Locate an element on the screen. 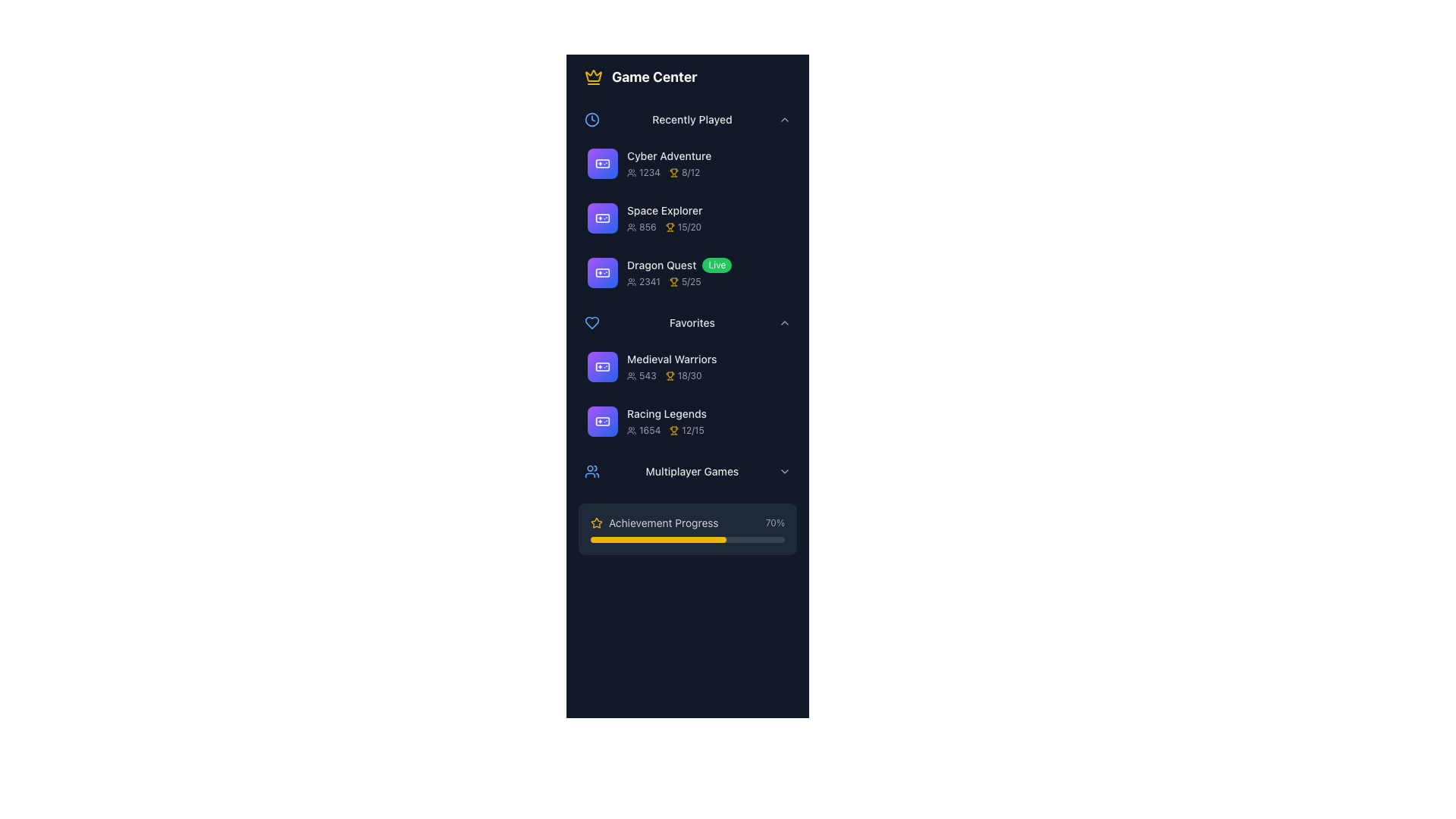 The width and height of the screenshot is (1456, 819). the Static Text indicating the total number of players in the game 'Space Explorer', which is located next to the user group icon in the 'Recently Played' section is located at coordinates (648, 227).